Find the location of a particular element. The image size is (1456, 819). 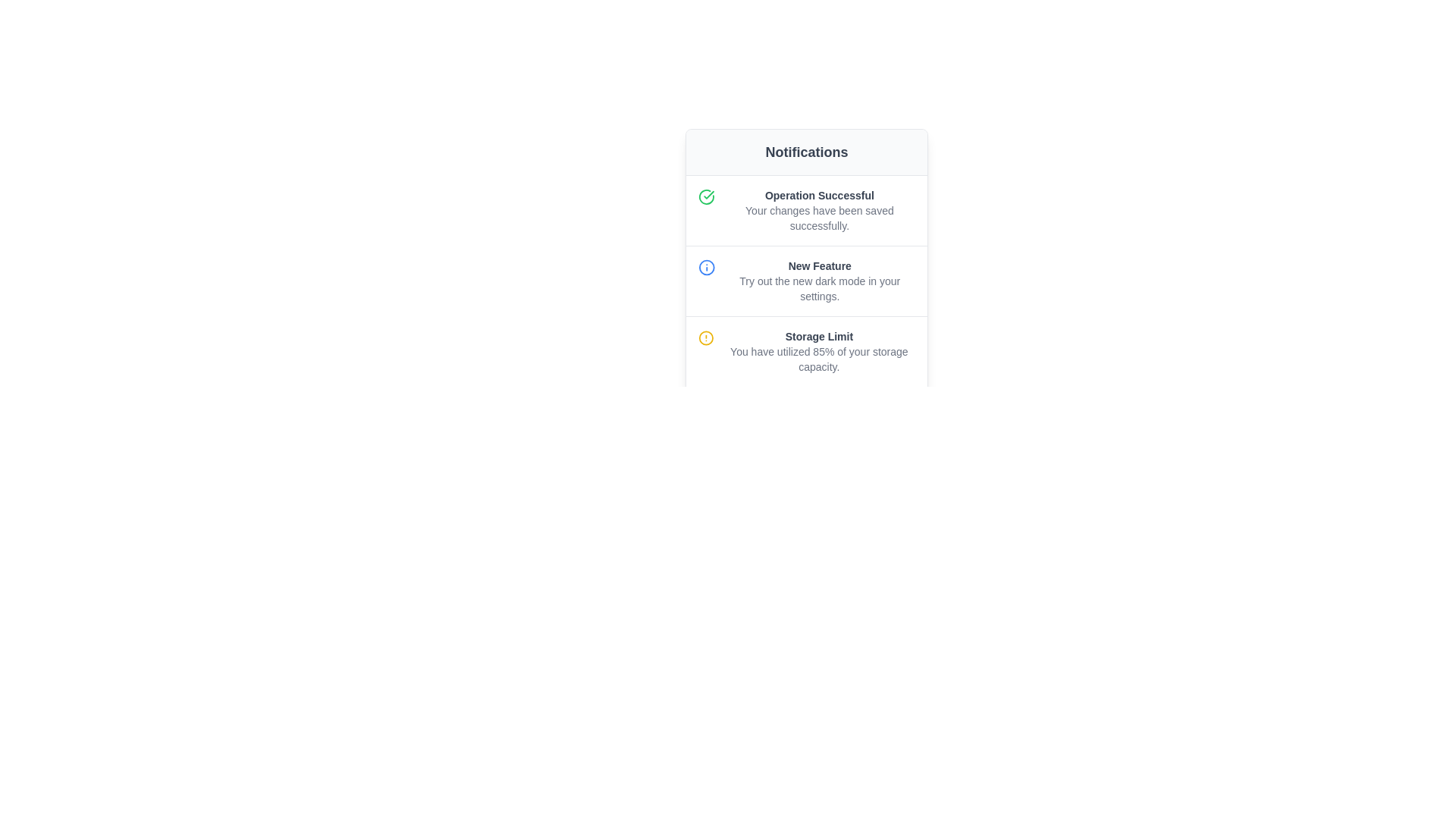

the header label of the notifications panel, which indicates the context or content type is located at coordinates (806, 152).